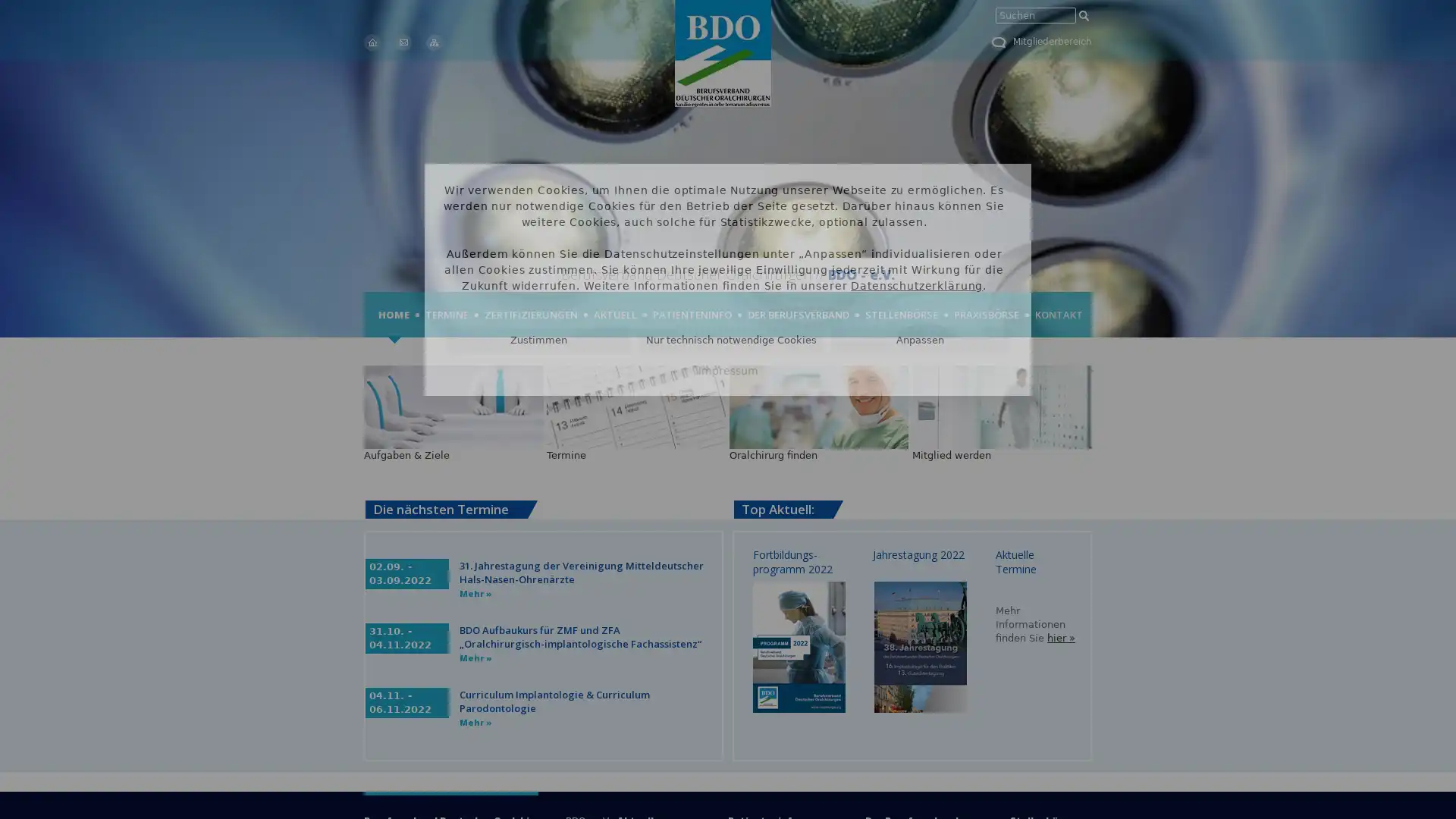 This screenshot has width=1456, height=819. Describe the element at coordinates (919, 339) in the screenshot. I see `Anpassen` at that location.